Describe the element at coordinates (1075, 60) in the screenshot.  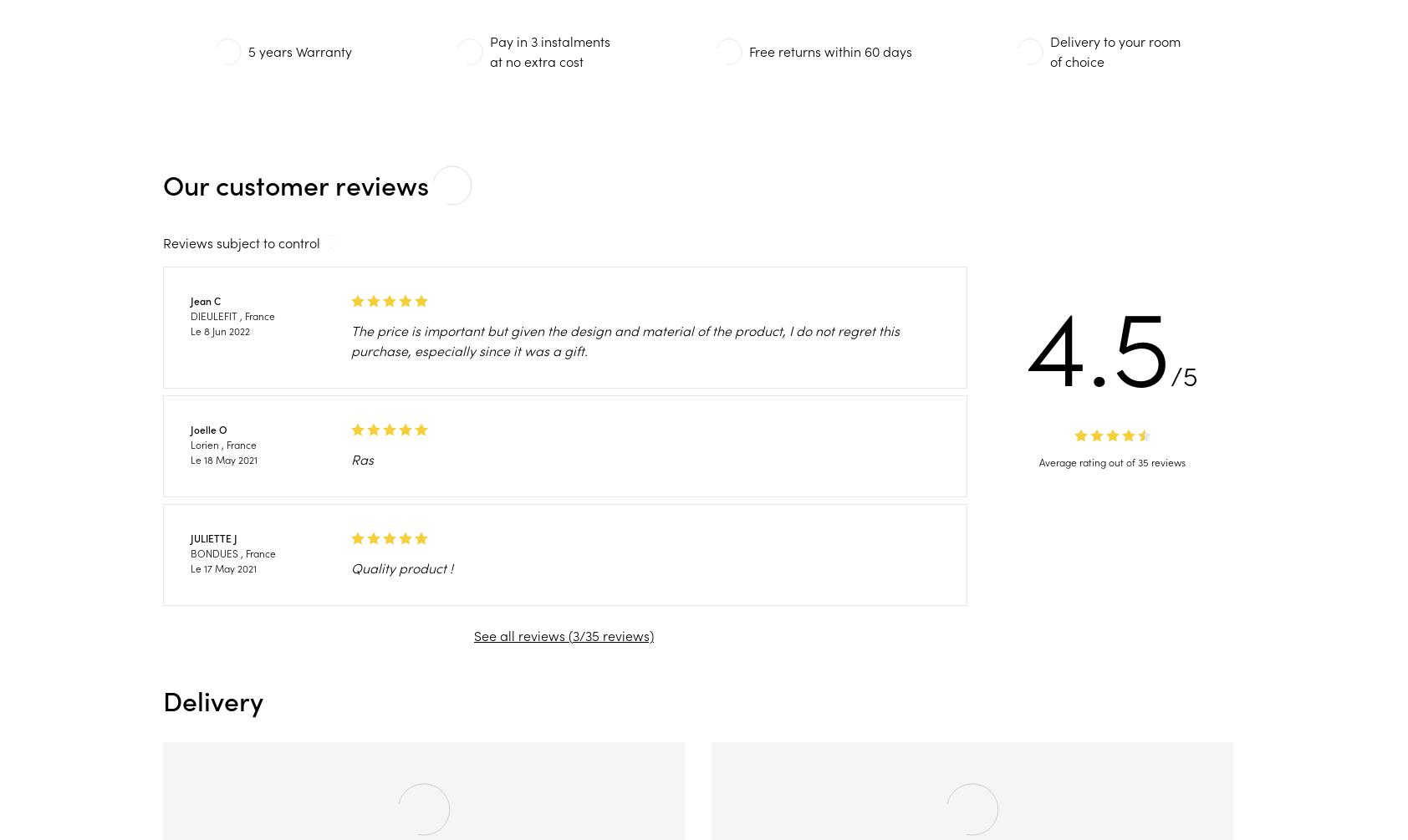
I see `'of choice'` at that location.